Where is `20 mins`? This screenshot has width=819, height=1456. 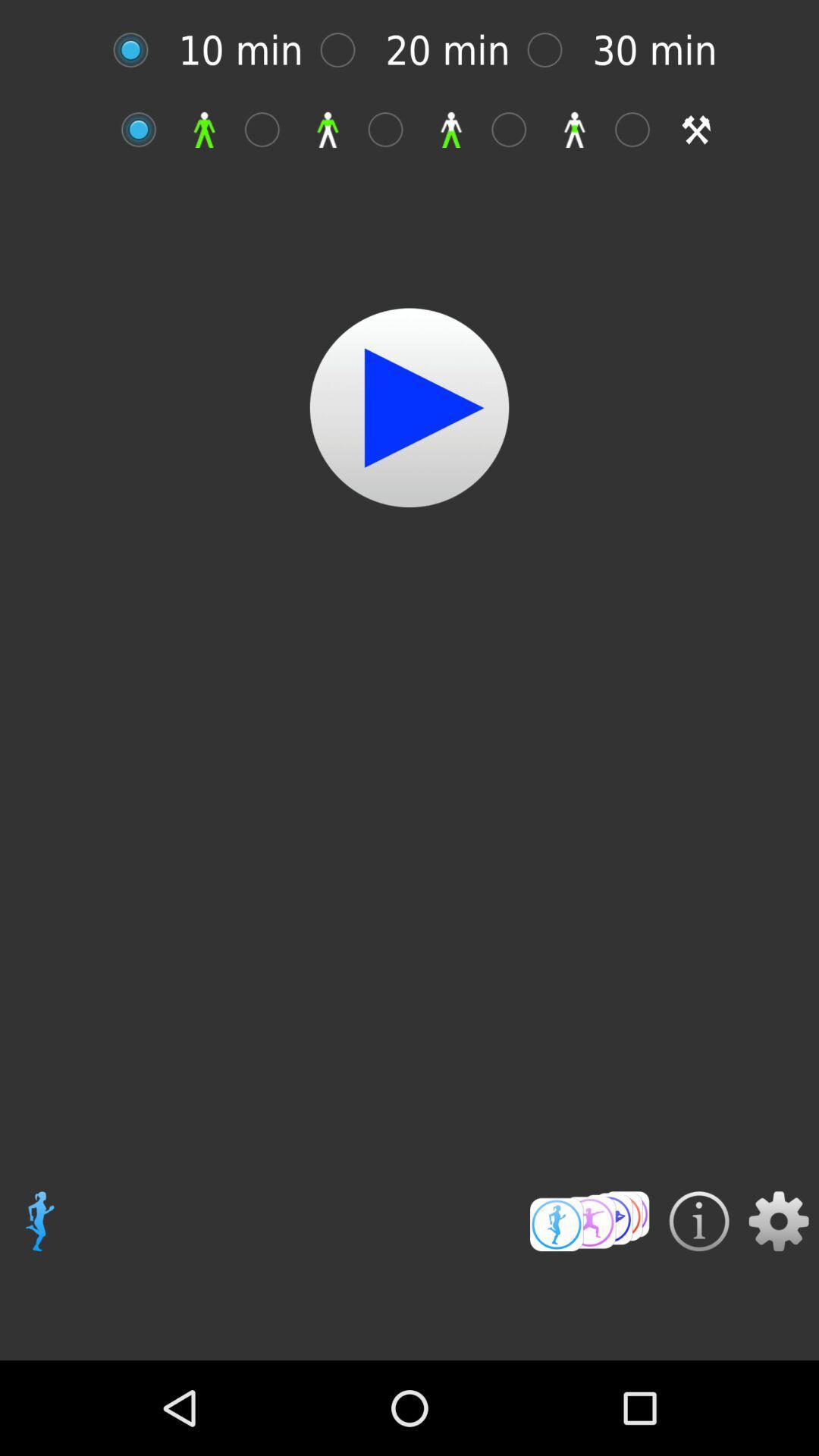 20 mins is located at coordinates (345, 50).